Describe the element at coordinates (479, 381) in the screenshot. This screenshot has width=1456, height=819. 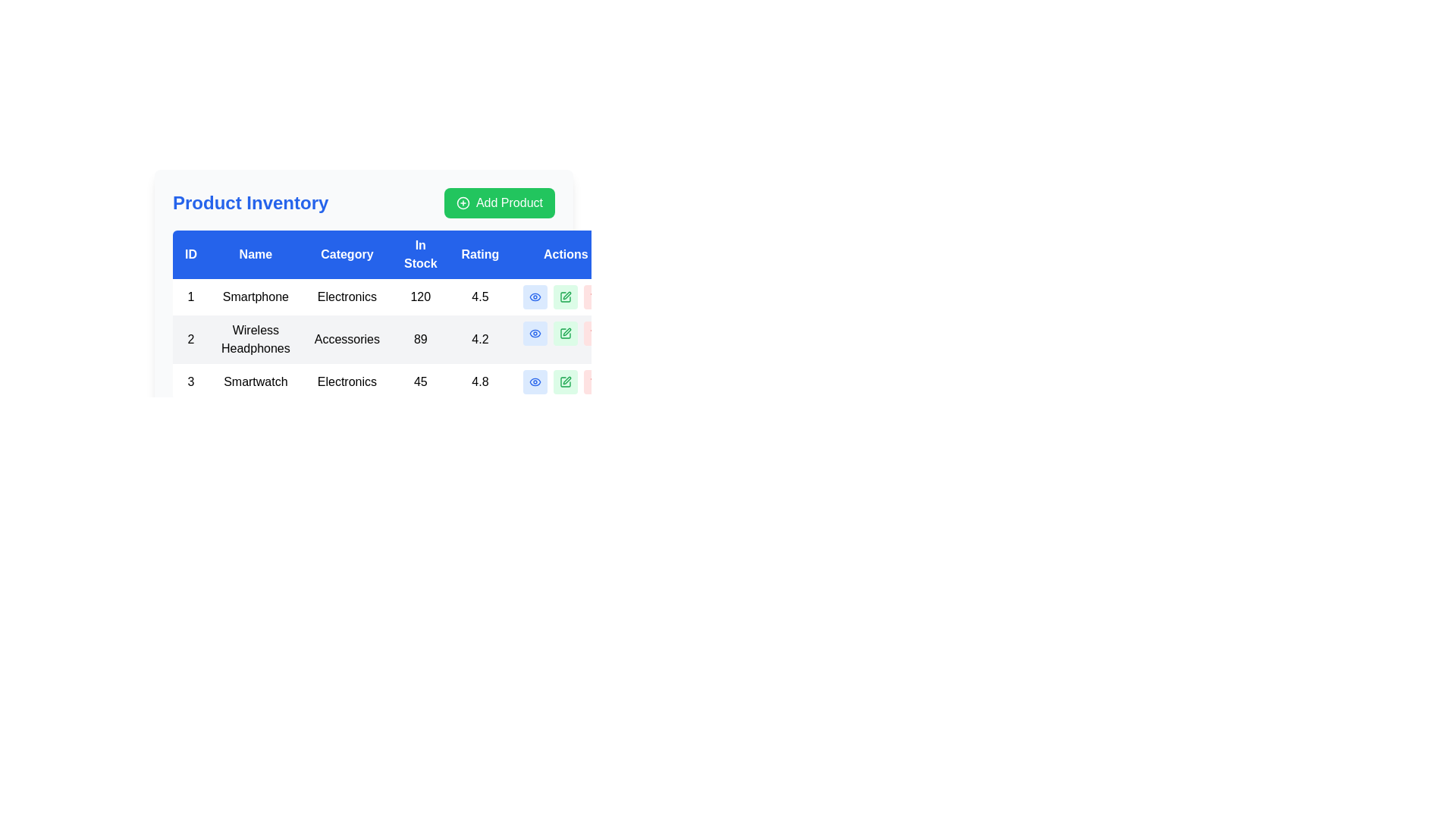
I see `the numeric rating display showing '4.8' located in the fifth column of the third row of the table, adjacent to '45' on the left` at that location.